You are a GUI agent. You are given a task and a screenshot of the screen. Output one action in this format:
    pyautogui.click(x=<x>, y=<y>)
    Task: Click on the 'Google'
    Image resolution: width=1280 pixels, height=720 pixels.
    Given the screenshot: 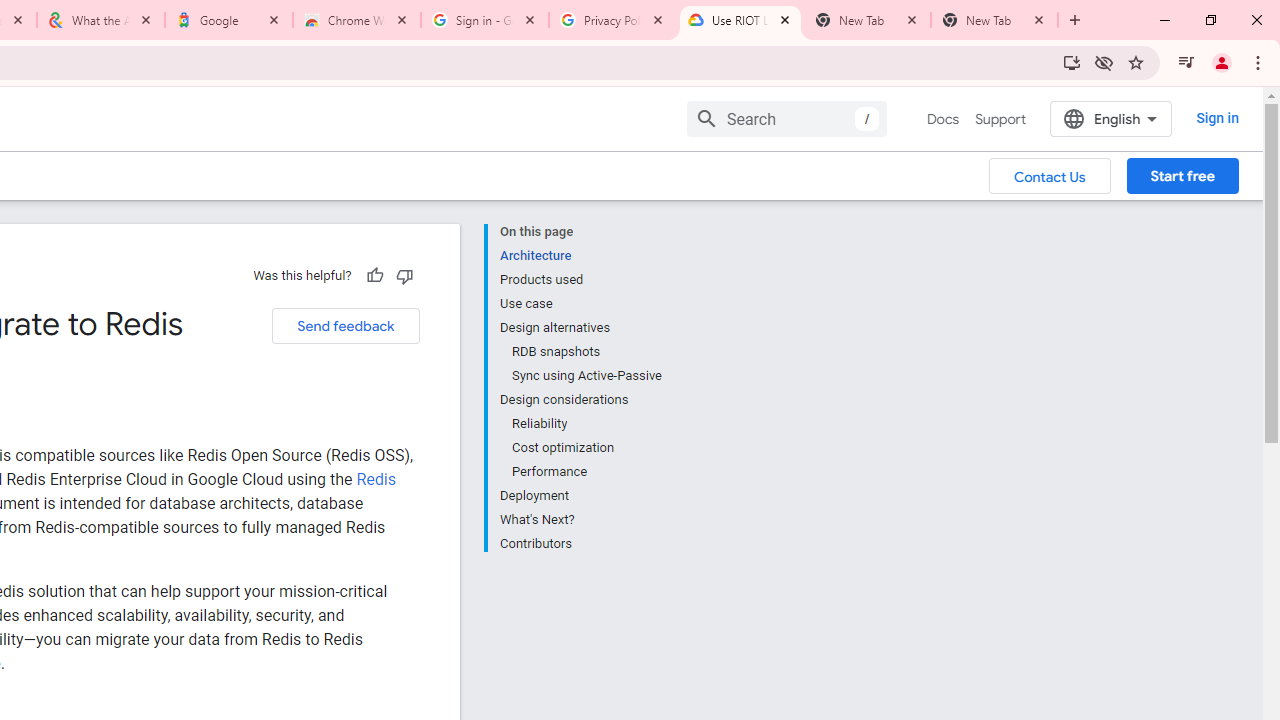 What is the action you would take?
    pyautogui.click(x=229, y=20)
    